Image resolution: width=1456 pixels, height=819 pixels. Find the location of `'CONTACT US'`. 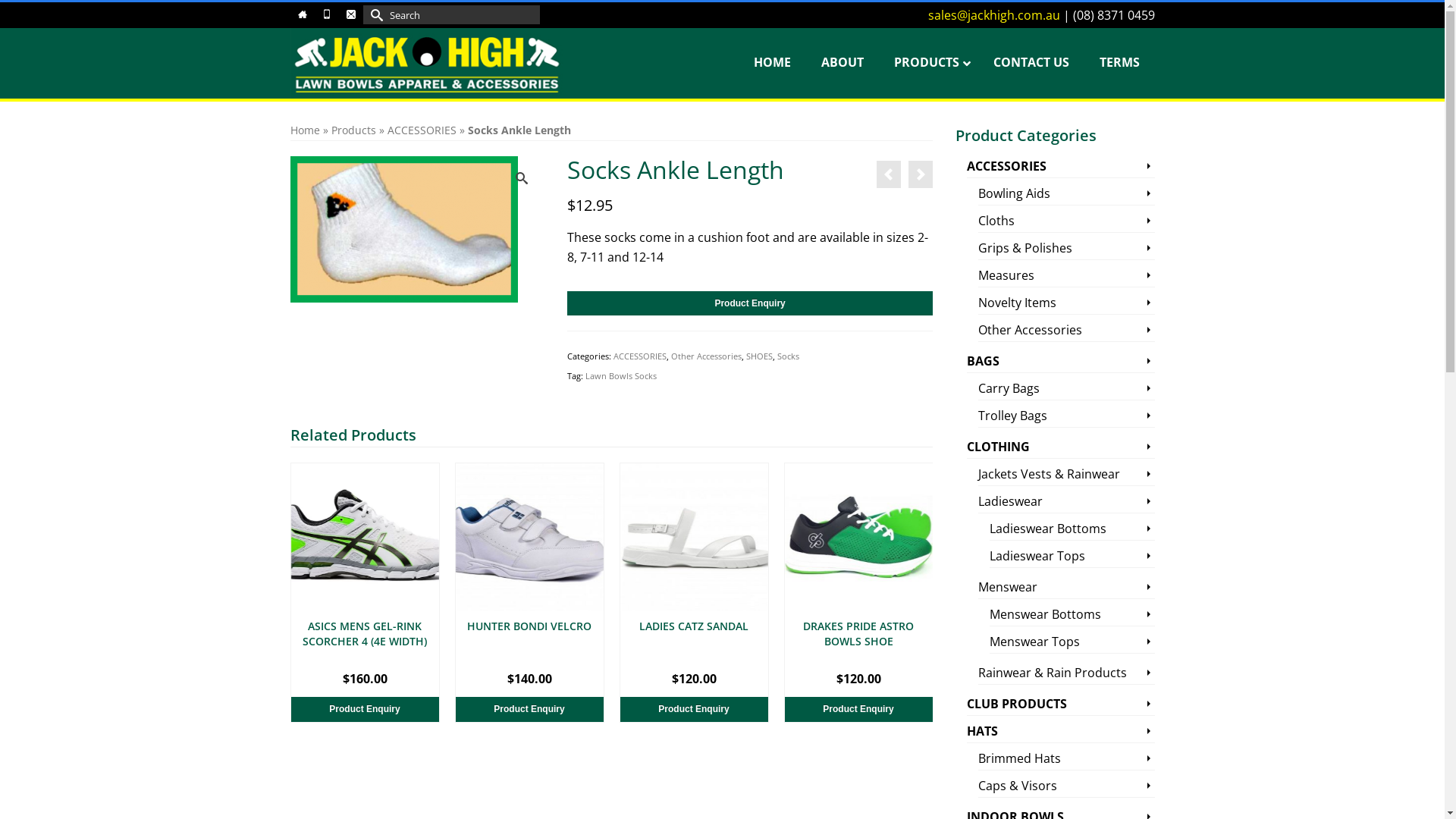

'CONTACT US' is located at coordinates (1031, 61).